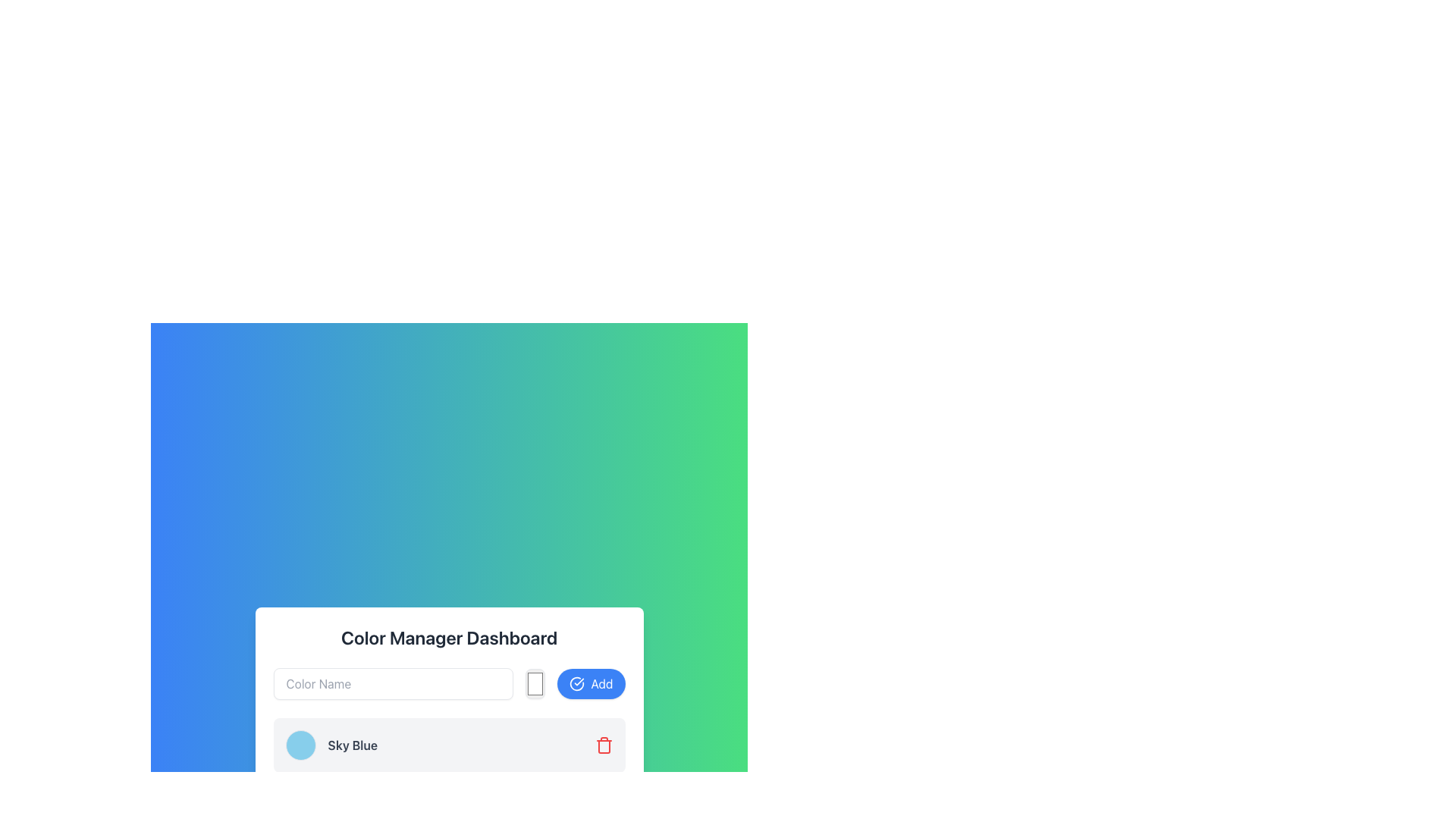  What do you see at coordinates (603, 745) in the screenshot?
I see `the trash can icon delete button outlined in red, located in the far-right portion of the 'Sky Blue' card widget` at bounding box center [603, 745].